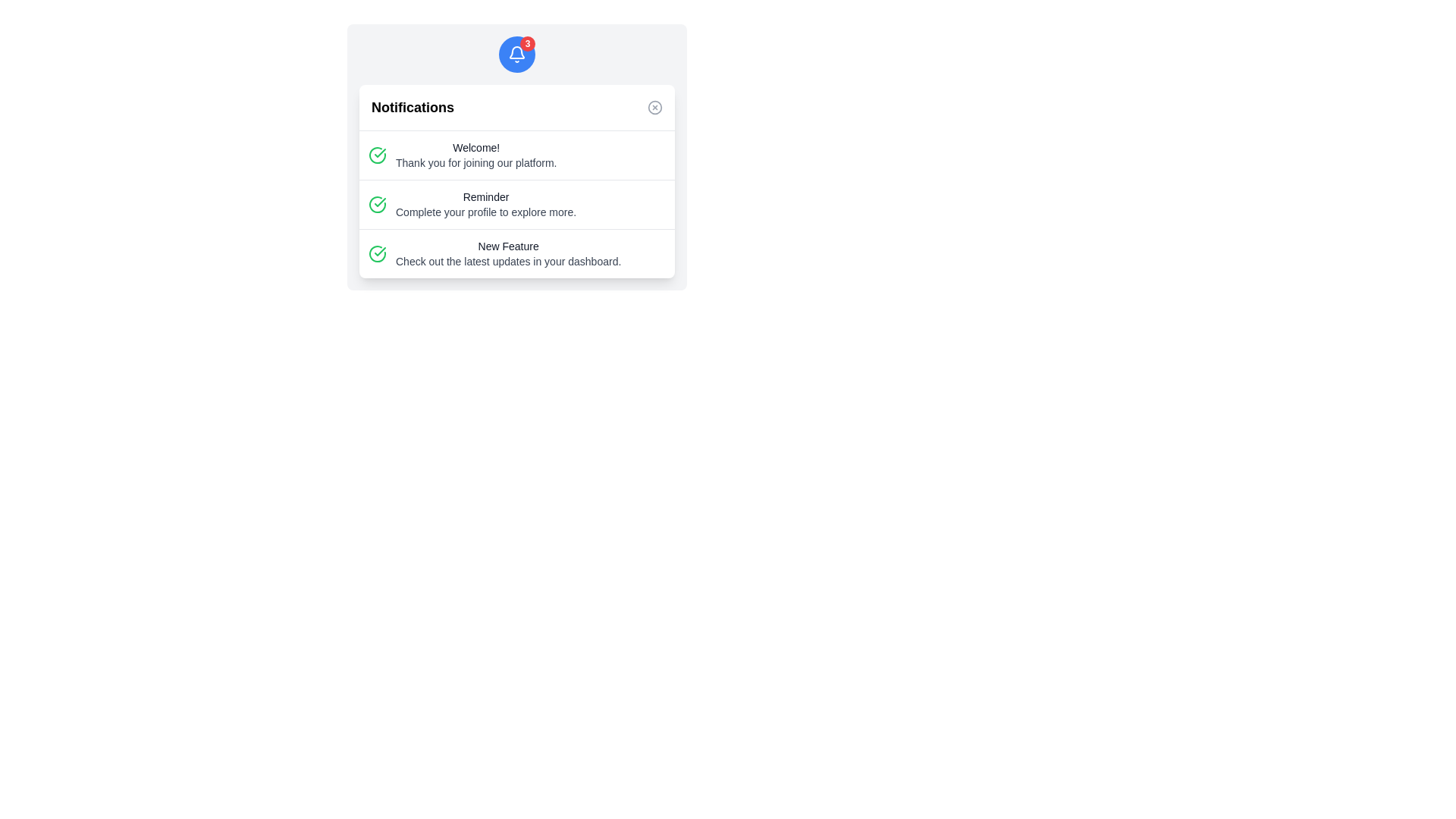  I want to click on the notification bell icon that has a badge showing '3' in the top-right corner, to open or toggle the notification panel, so click(516, 54).